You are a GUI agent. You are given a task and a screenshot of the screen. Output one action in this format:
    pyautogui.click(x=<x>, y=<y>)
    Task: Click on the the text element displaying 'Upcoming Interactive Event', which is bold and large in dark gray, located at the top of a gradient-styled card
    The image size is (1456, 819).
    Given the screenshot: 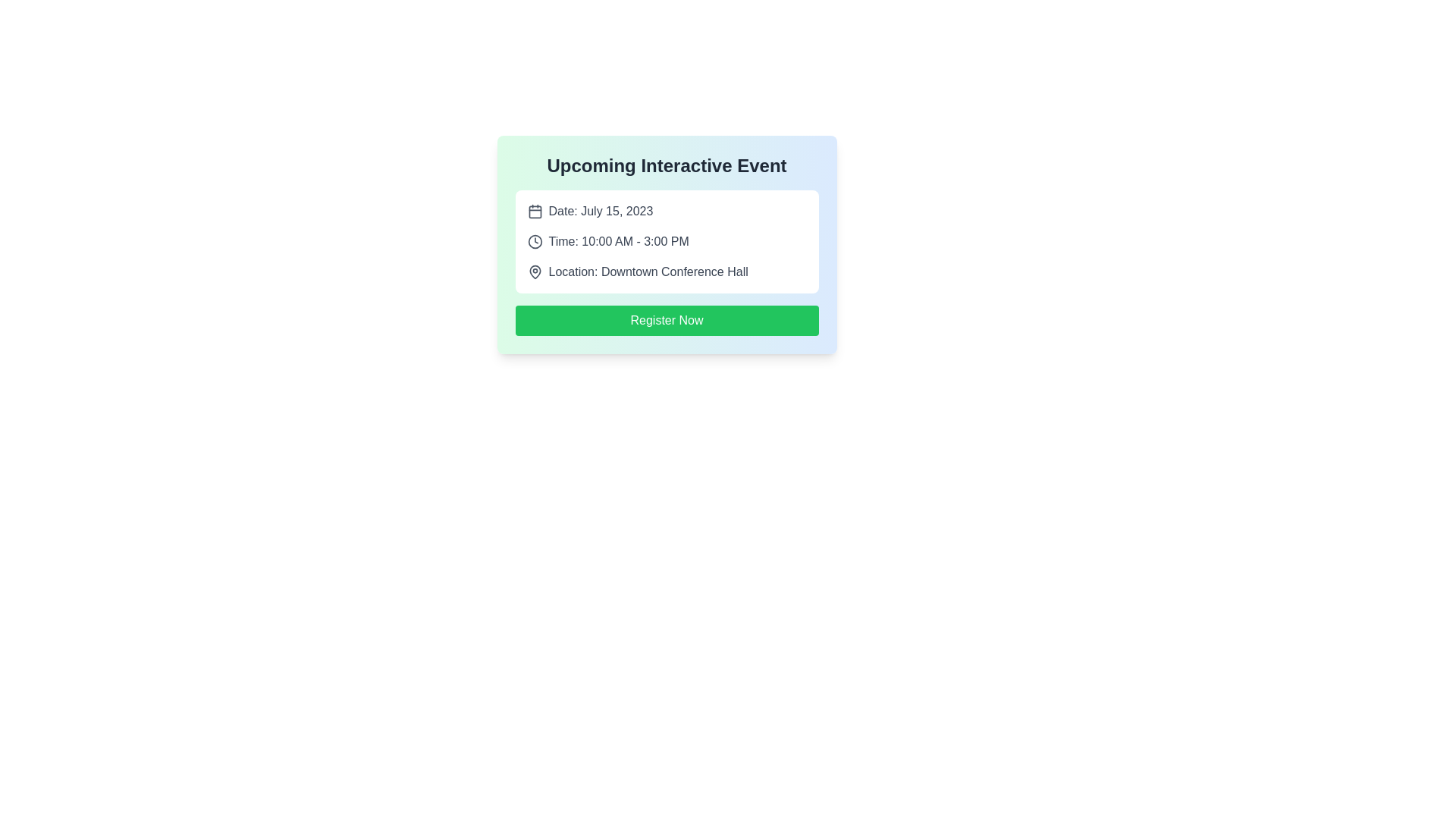 What is the action you would take?
    pyautogui.click(x=667, y=166)
    